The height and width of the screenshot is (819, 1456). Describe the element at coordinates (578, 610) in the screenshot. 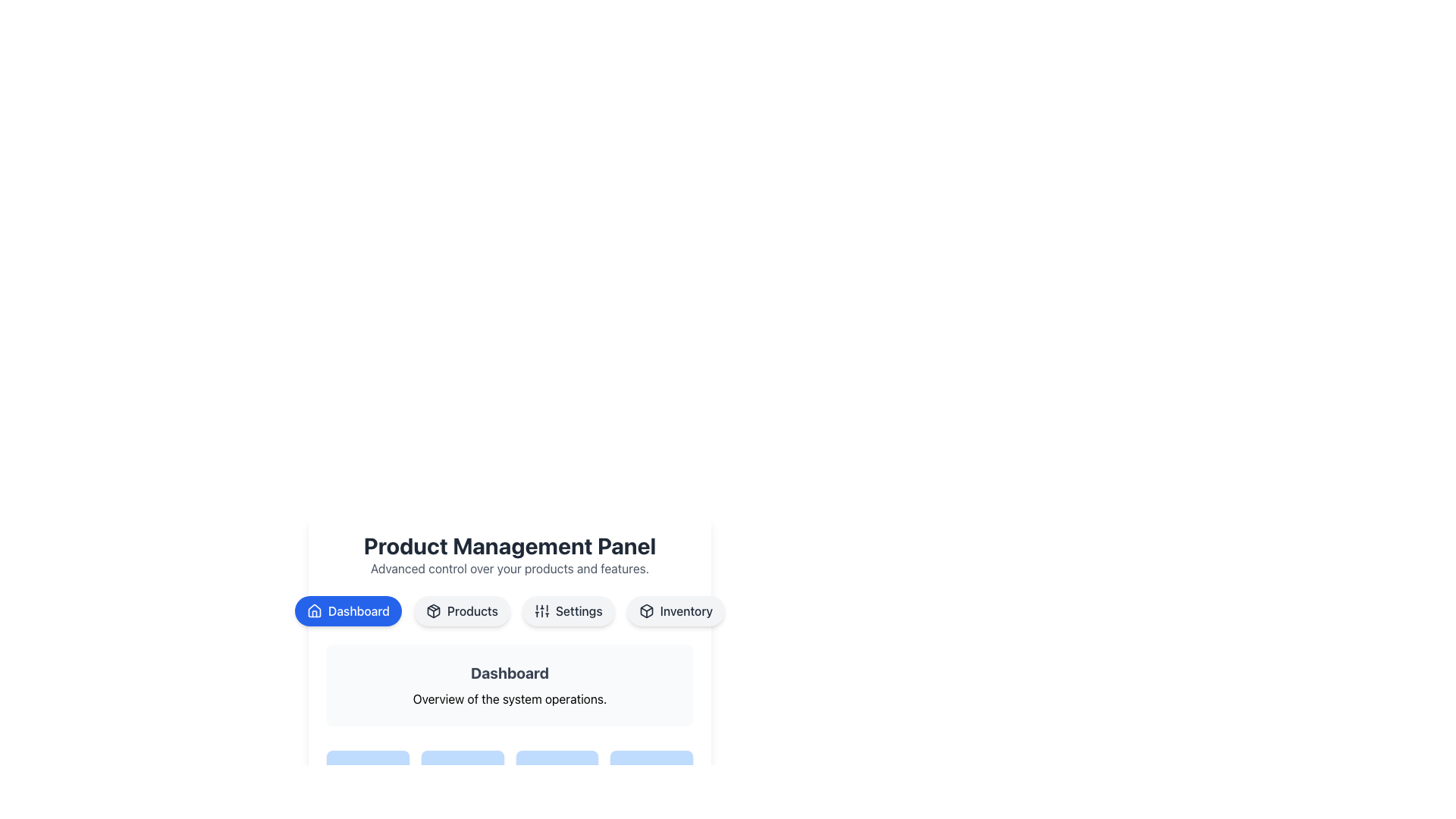

I see `text of the 'Settings' label located in the top-center menu, which is the third item from the left` at that location.